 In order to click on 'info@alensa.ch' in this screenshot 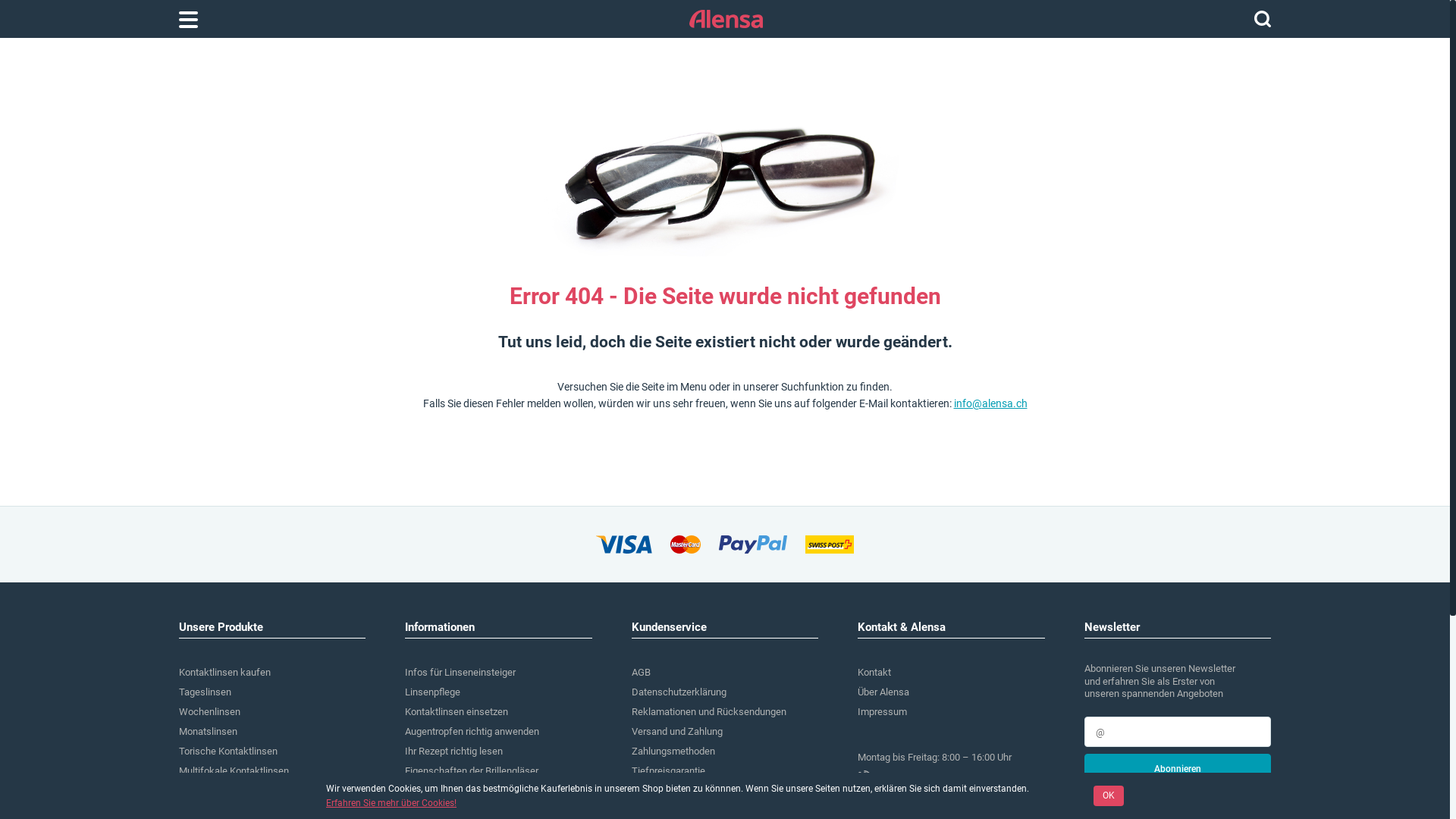, I will do `click(990, 403)`.